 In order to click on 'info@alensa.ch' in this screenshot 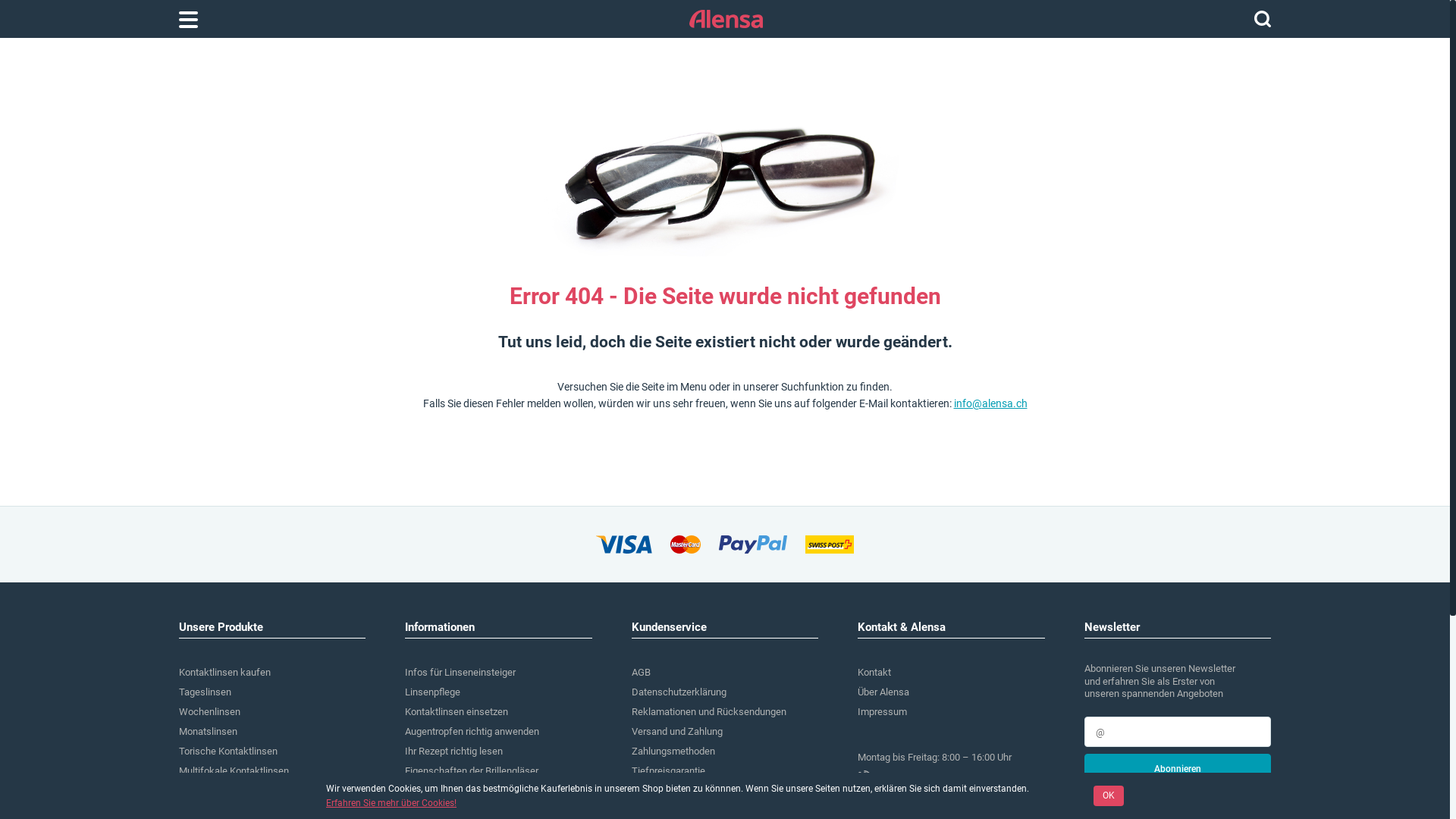, I will do `click(990, 403)`.